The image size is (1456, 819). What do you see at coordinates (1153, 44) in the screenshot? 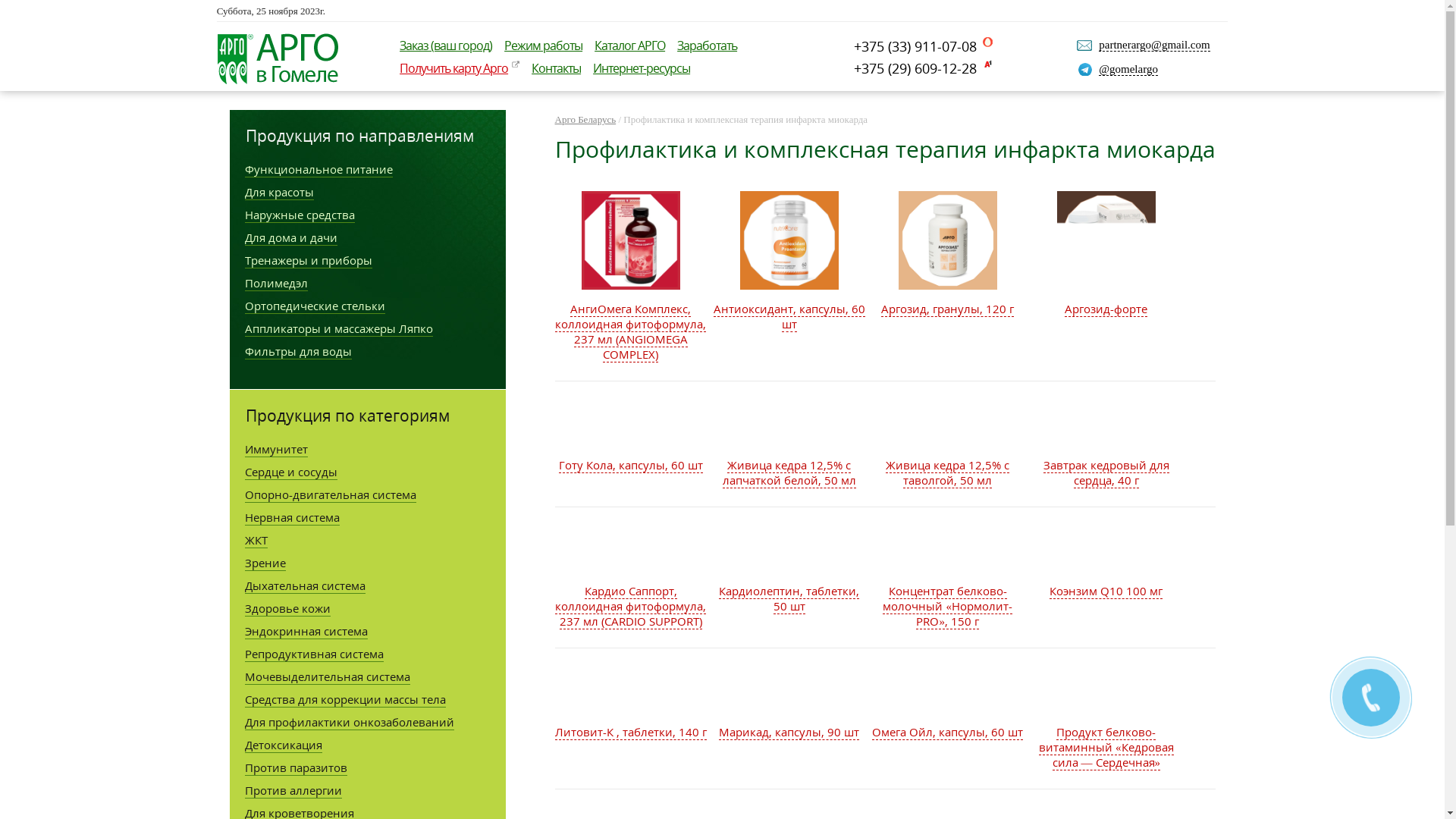
I see `'partnerargo@gmail.com'` at bounding box center [1153, 44].